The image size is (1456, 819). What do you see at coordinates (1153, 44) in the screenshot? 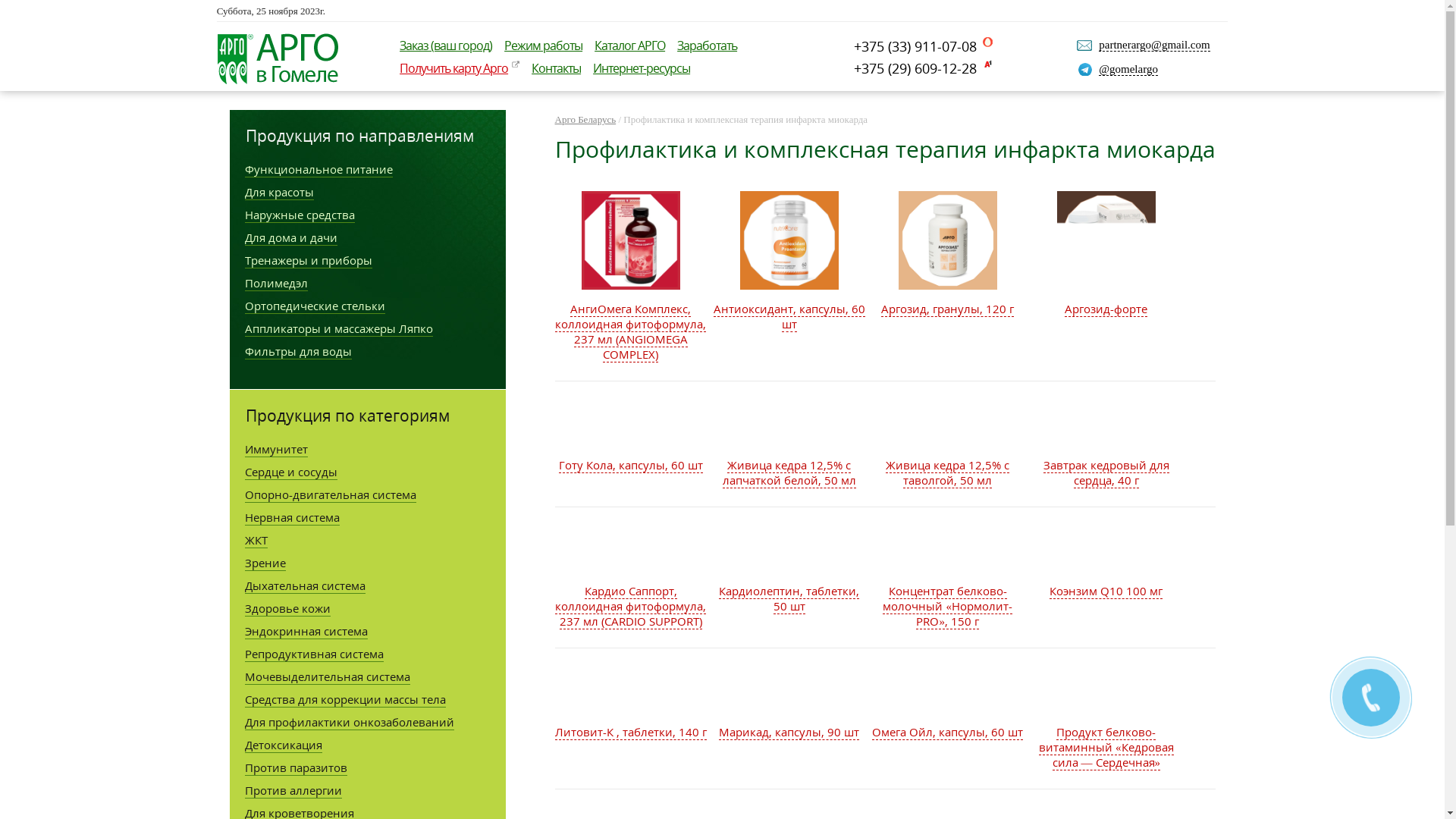
I see `'partnerargo@gmail.com'` at bounding box center [1153, 44].